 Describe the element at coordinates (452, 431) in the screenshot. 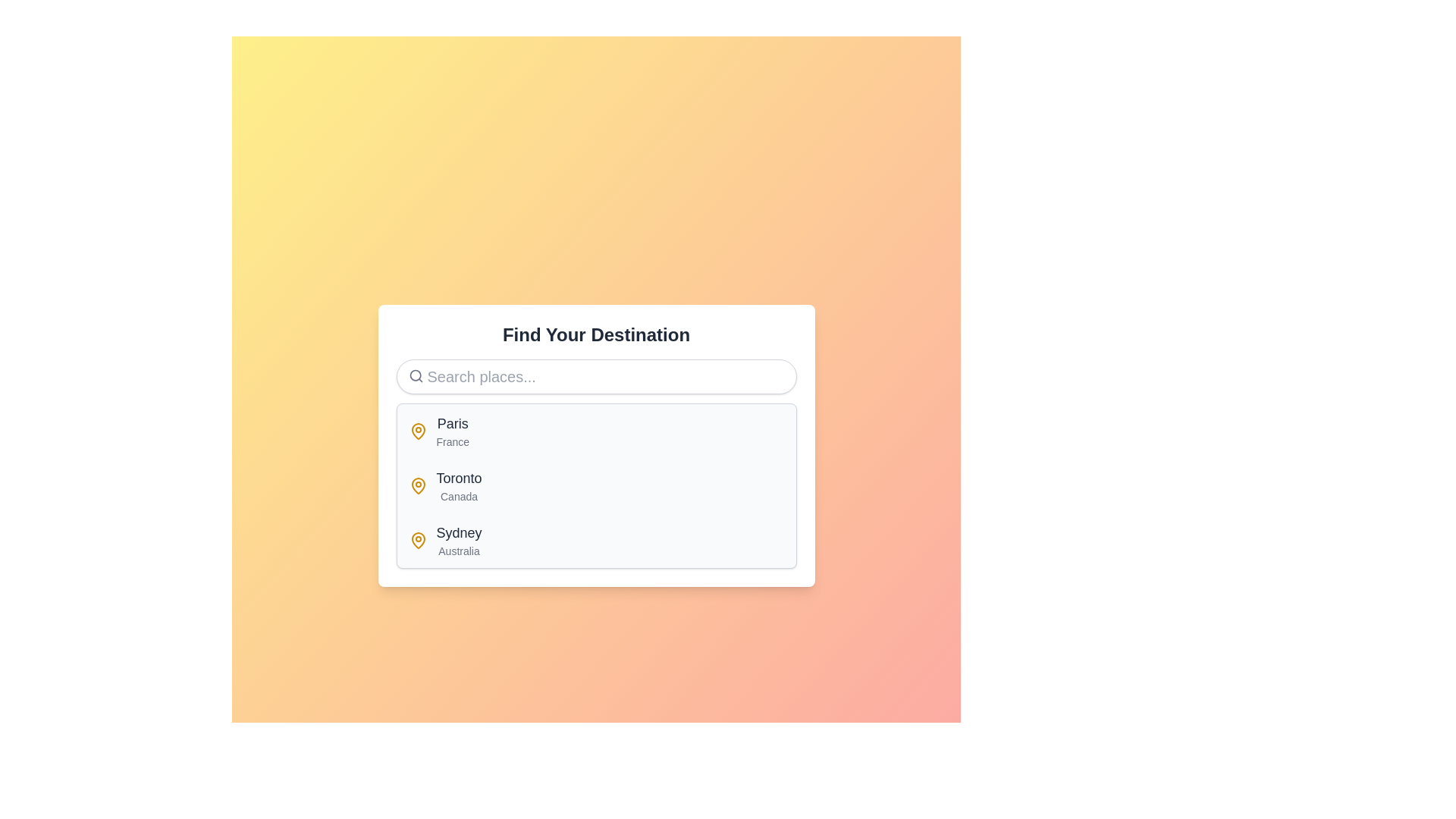

I see `the label displaying 'Paris' and 'France'` at that location.